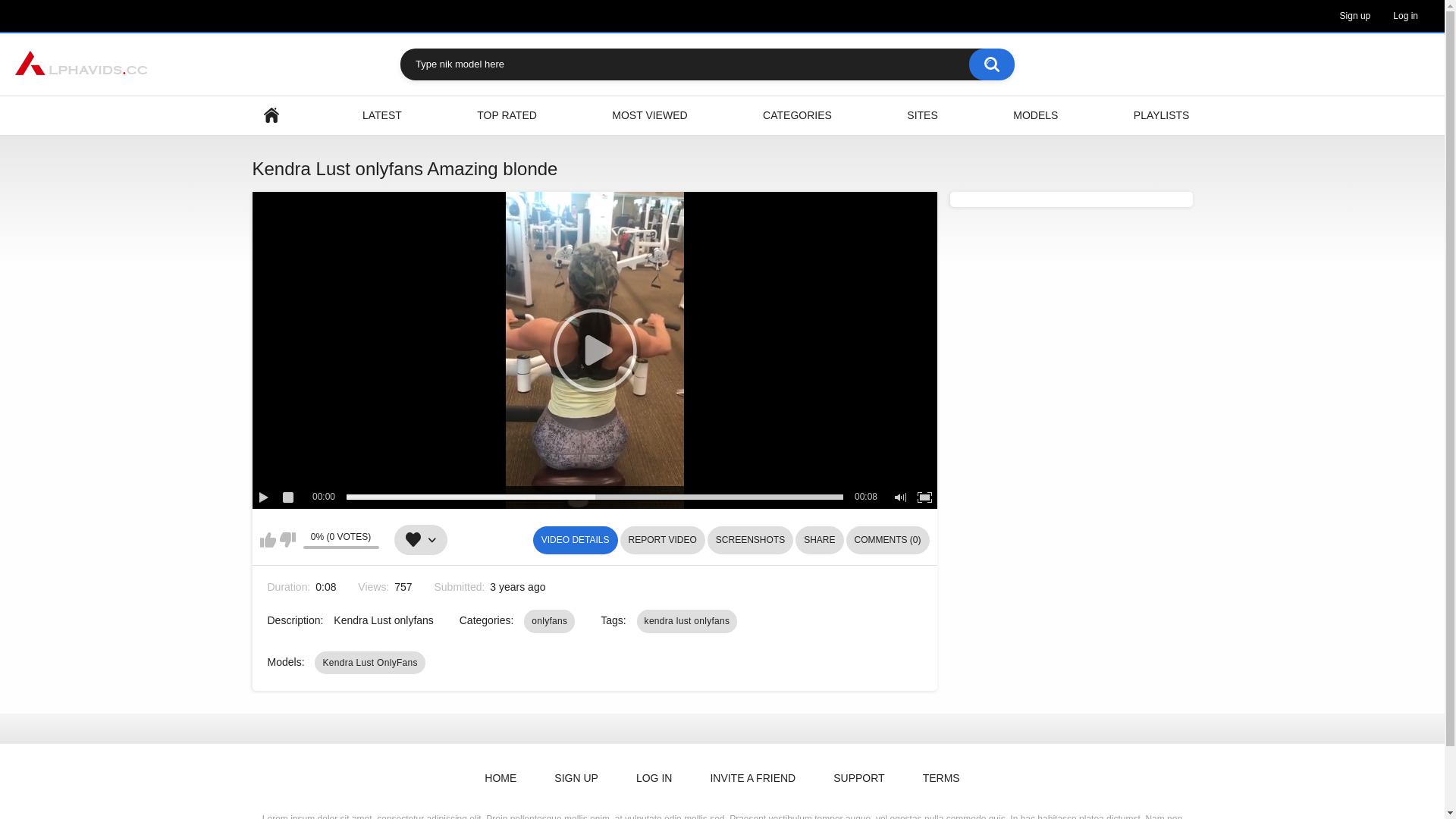 This screenshot has height=819, width=1456. What do you see at coordinates (706, 539) in the screenshot?
I see `'SCREENSHOTS'` at bounding box center [706, 539].